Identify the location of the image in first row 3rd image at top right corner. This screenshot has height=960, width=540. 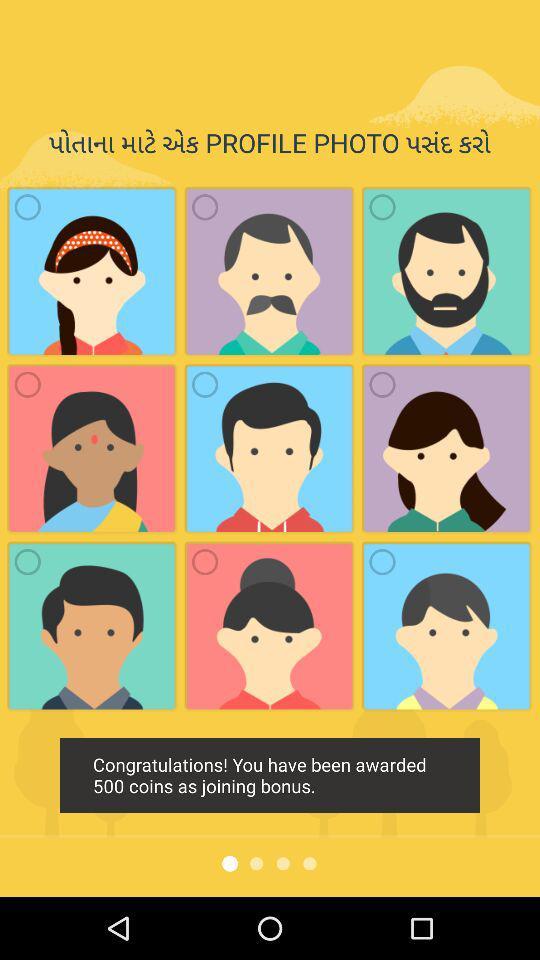
(447, 270).